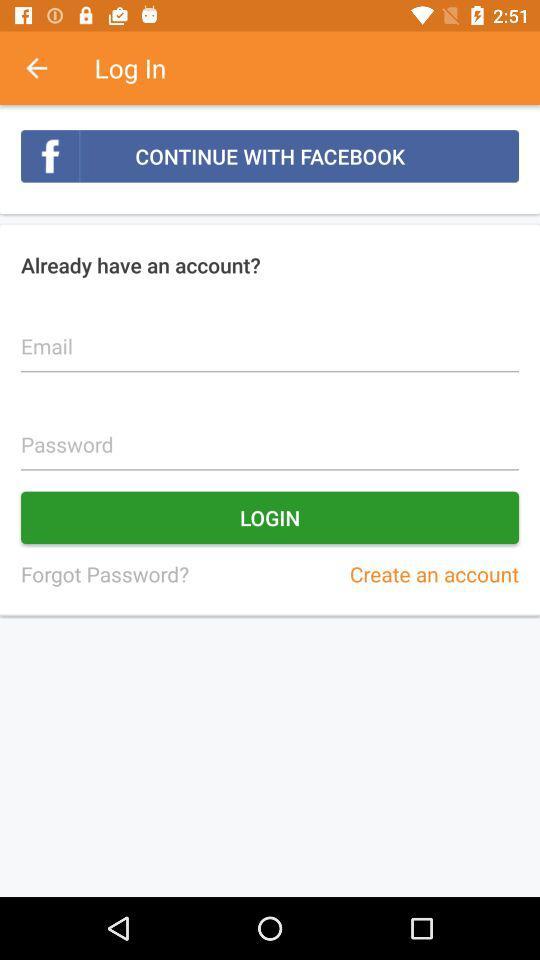 This screenshot has width=540, height=960. Describe the element at coordinates (270, 335) in the screenshot. I see `icon below already have an` at that location.